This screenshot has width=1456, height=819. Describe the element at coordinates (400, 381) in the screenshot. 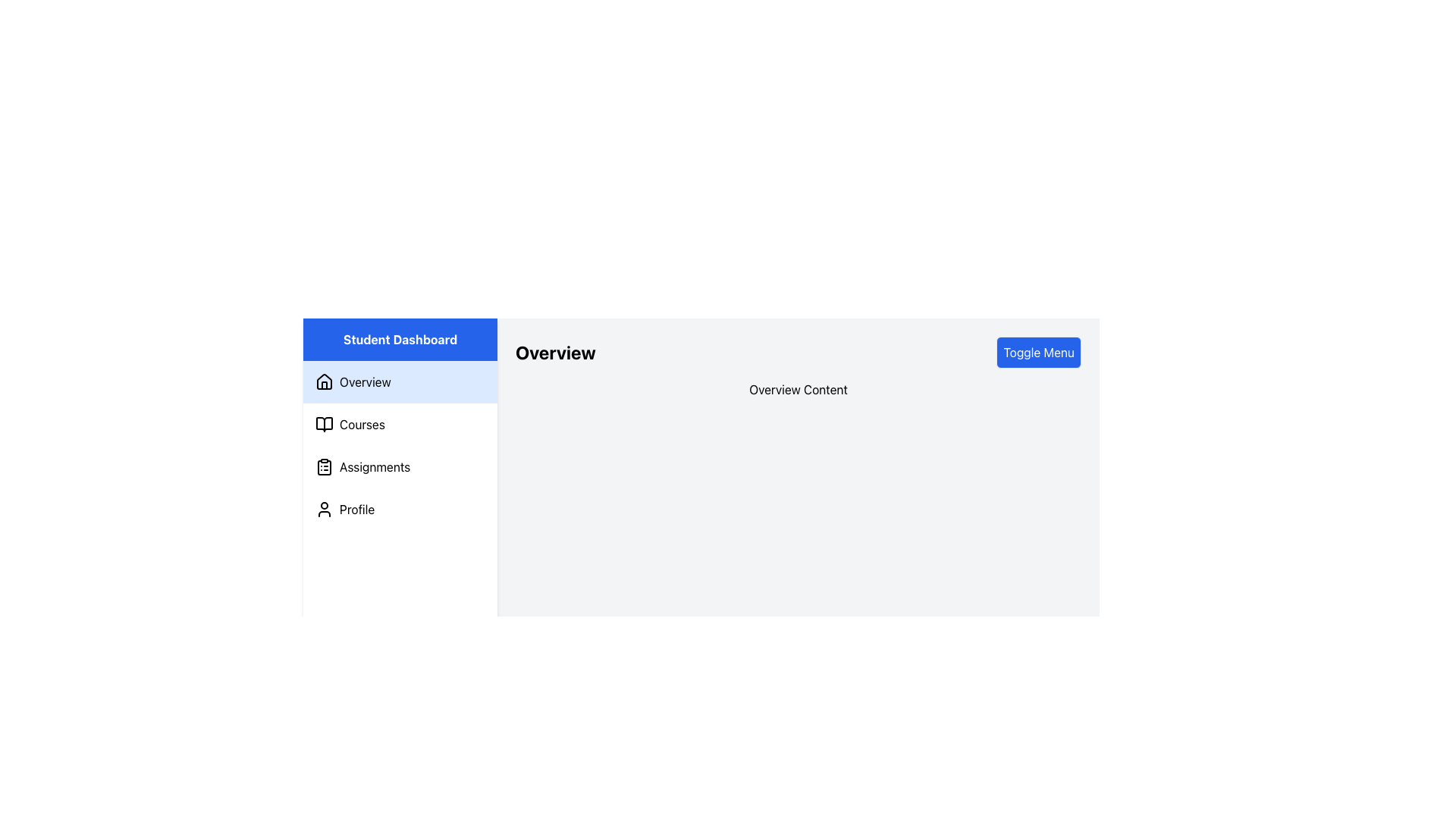

I see `the 'Overview' selectable menu item located in the vertical navigation sidebar under the 'Student Dashboard' section` at that location.